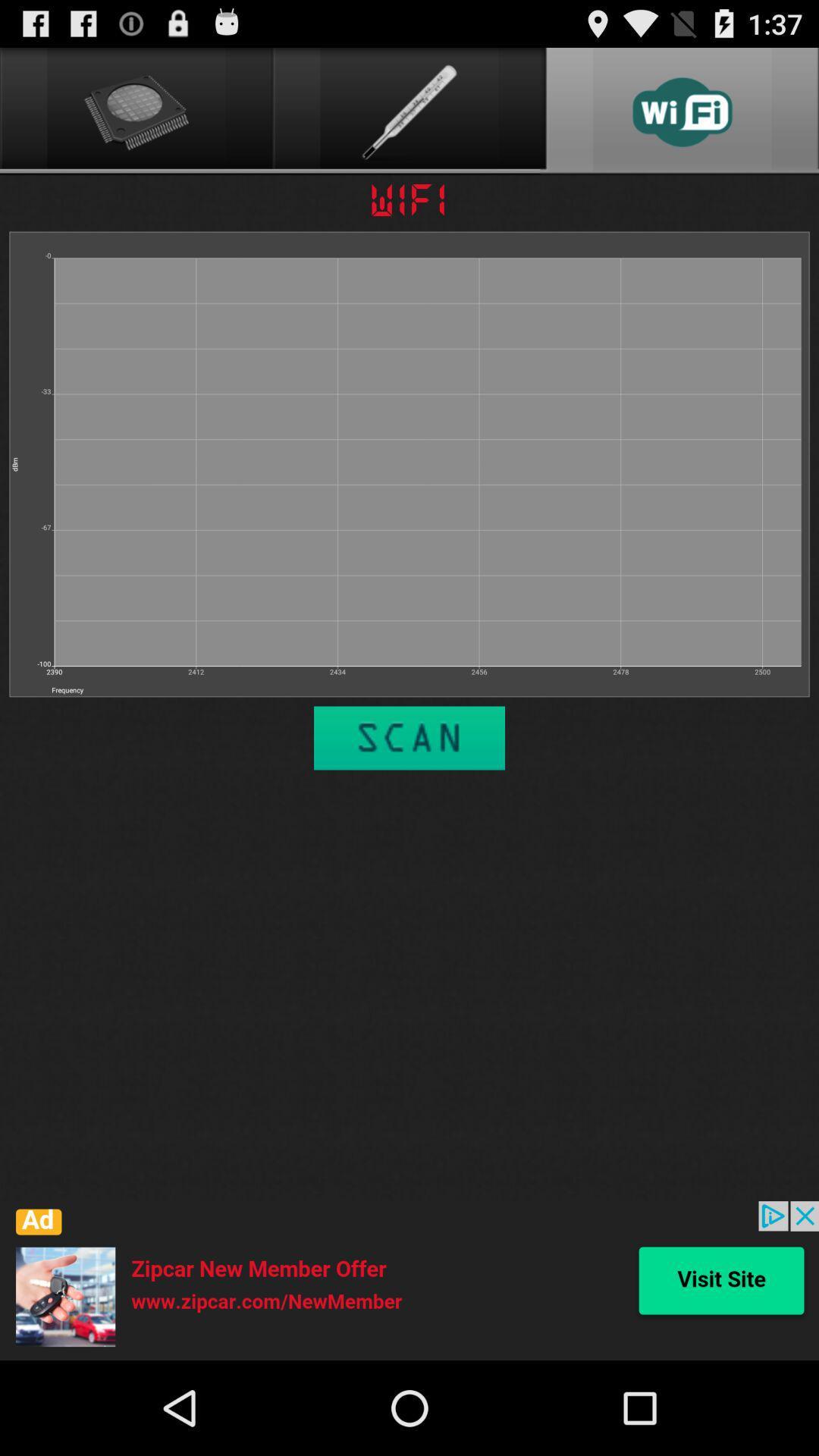 This screenshot has height=1456, width=819. What do you see at coordinates (409, 1280) in the screenshot?
I see `open advertisement` at bounding box center [409, 1280].